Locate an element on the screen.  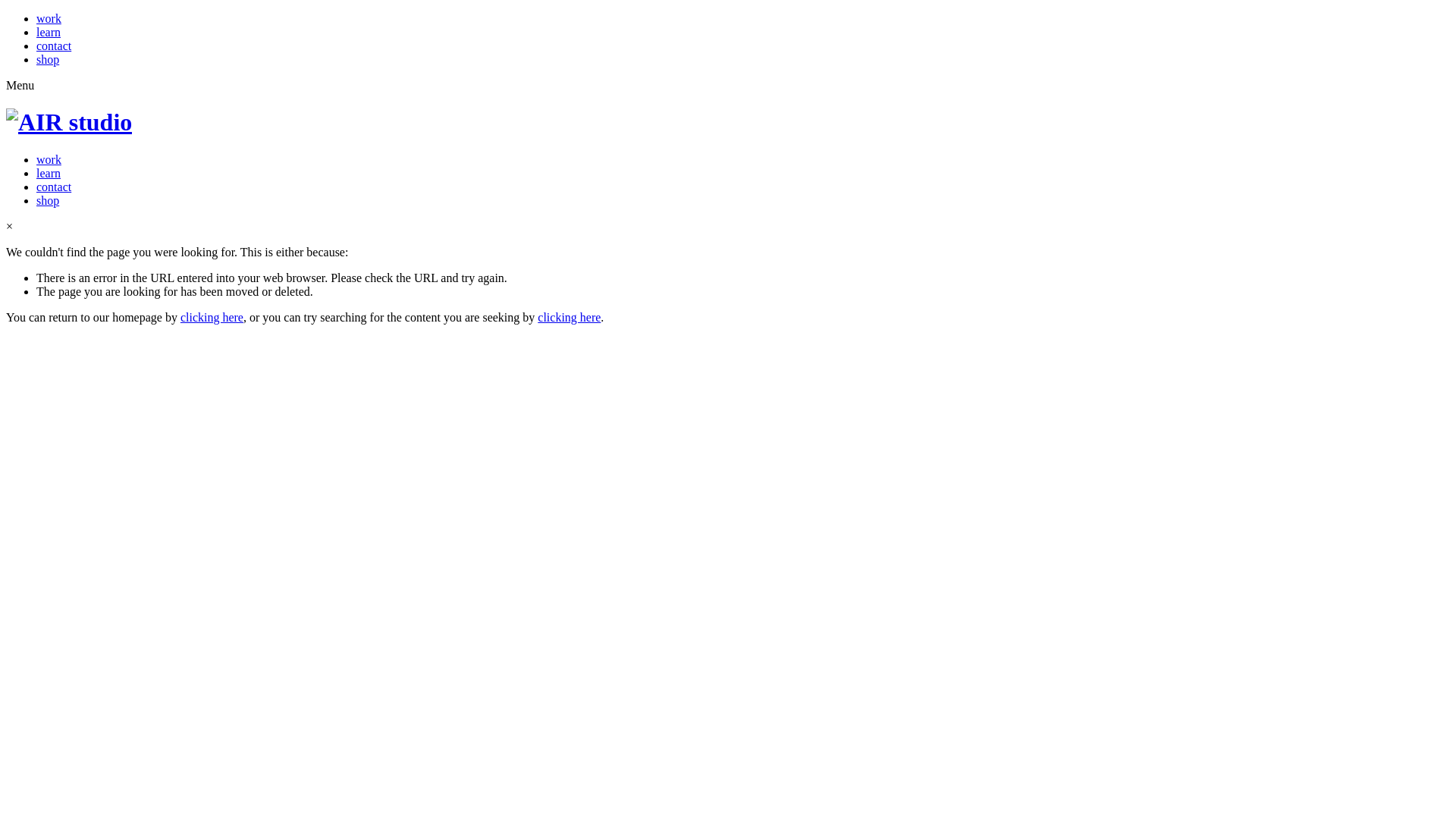
'clicking here' is located at coordinates (211, 316).